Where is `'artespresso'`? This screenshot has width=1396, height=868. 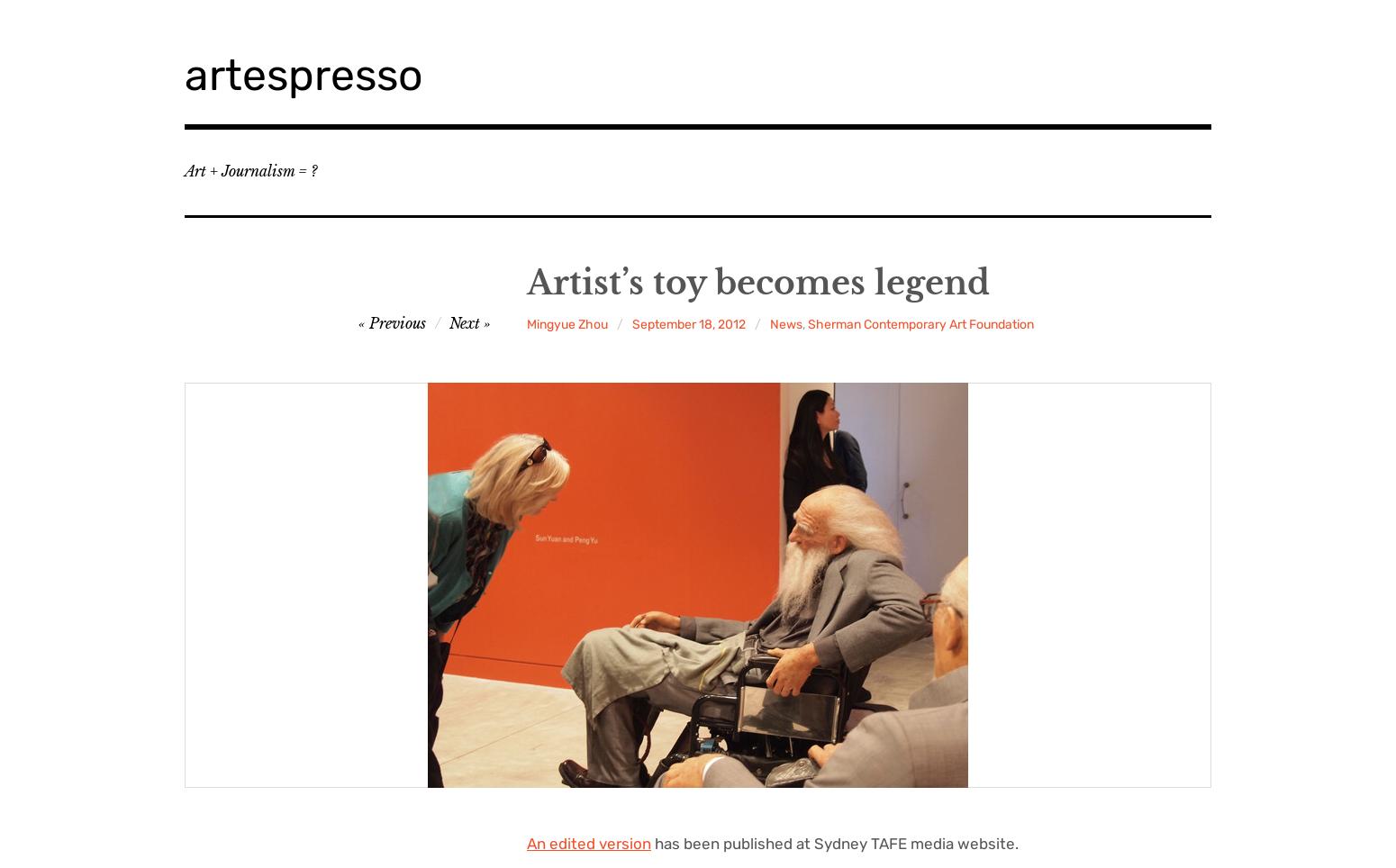
'artespresso' is located at coordinates (303, 74).